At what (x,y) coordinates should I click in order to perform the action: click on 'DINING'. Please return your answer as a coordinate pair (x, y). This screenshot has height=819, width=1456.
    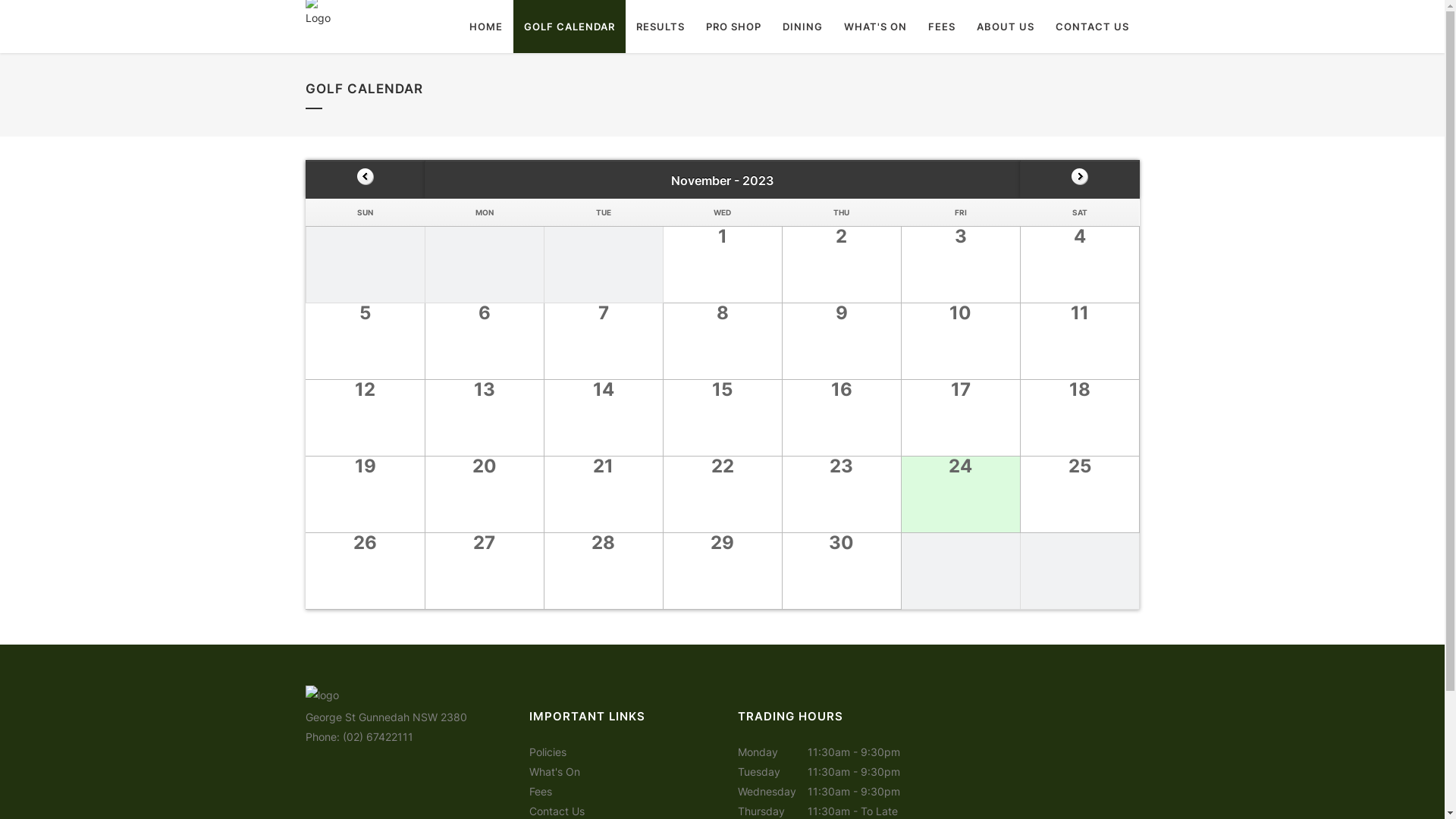
    Looking at the image, I should click on (802, 26).